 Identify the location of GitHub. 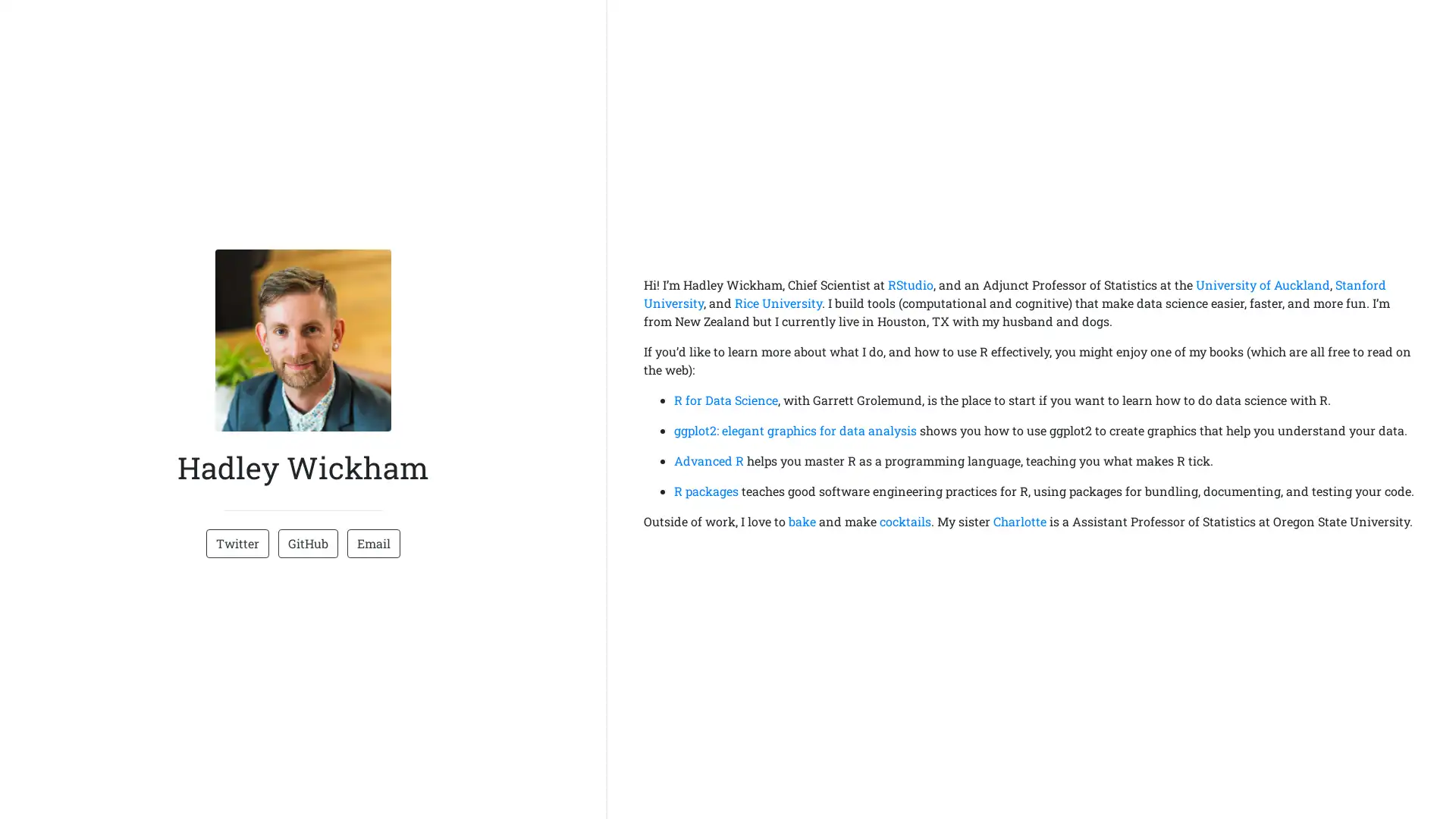
(307, 542).